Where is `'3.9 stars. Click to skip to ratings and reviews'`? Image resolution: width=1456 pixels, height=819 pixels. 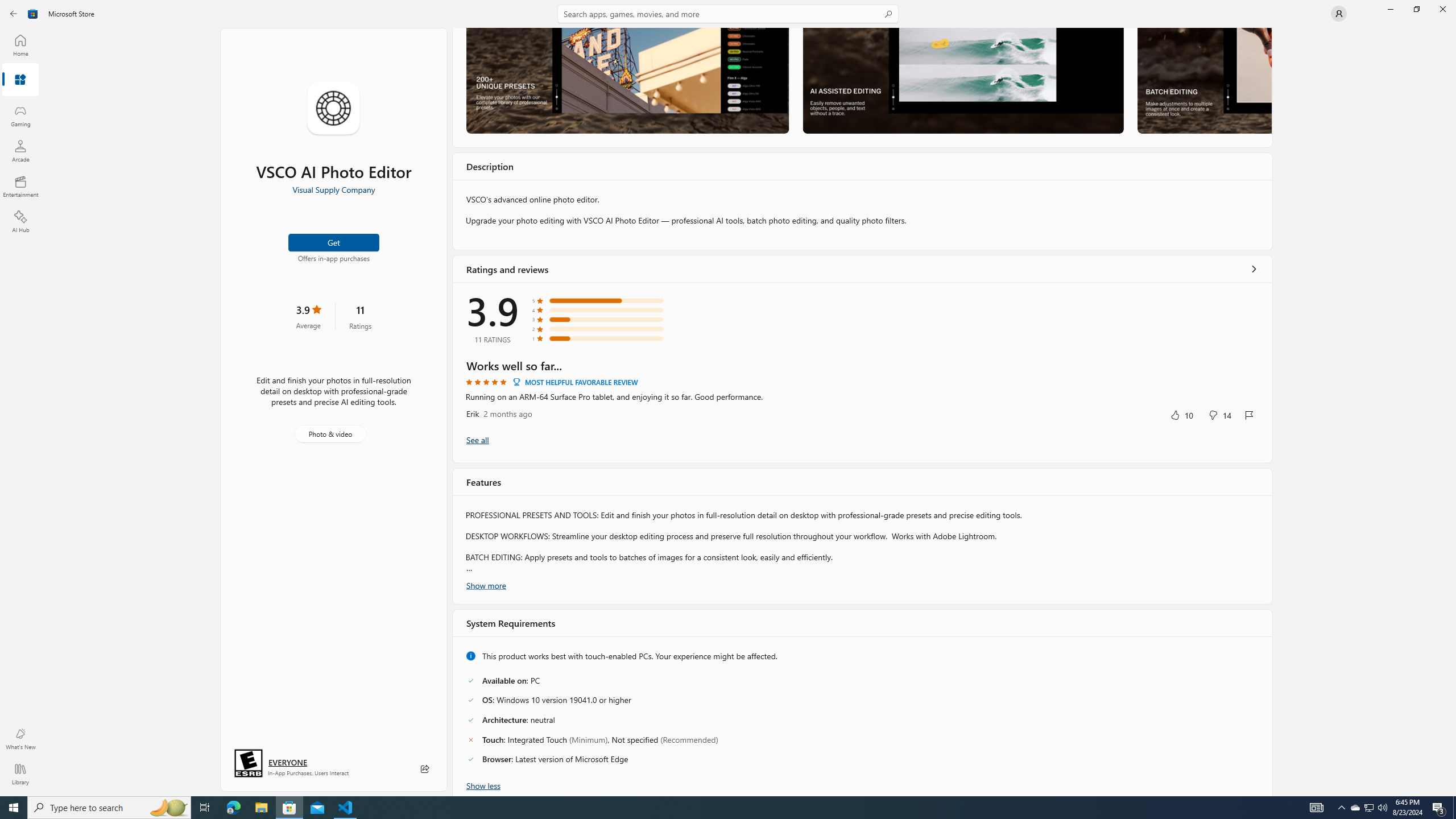 '3.9 stars. Click to skip to ratings and reviews' is located at coordinates (308, 316).